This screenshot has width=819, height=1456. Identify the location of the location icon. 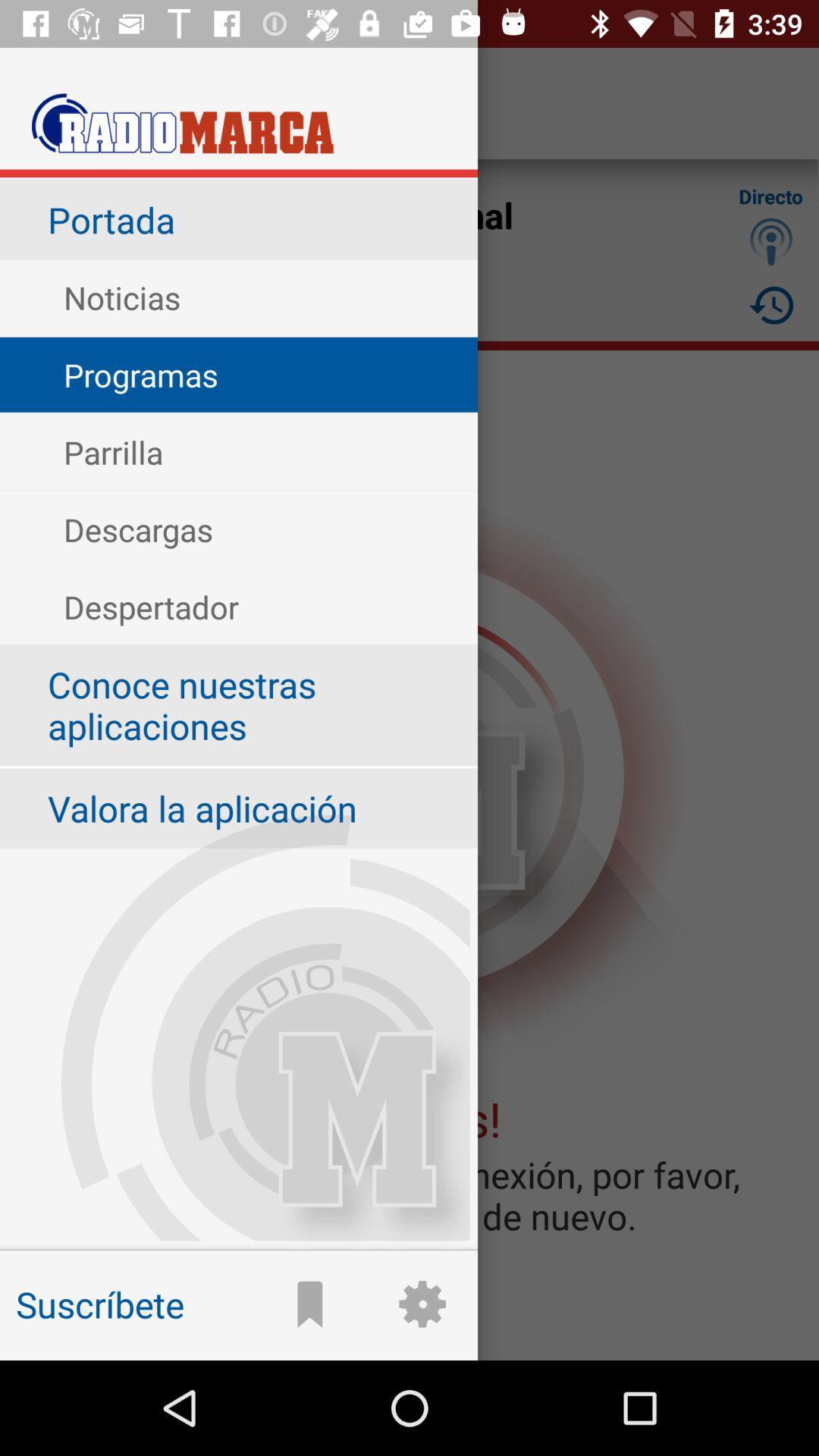
(771, 240).